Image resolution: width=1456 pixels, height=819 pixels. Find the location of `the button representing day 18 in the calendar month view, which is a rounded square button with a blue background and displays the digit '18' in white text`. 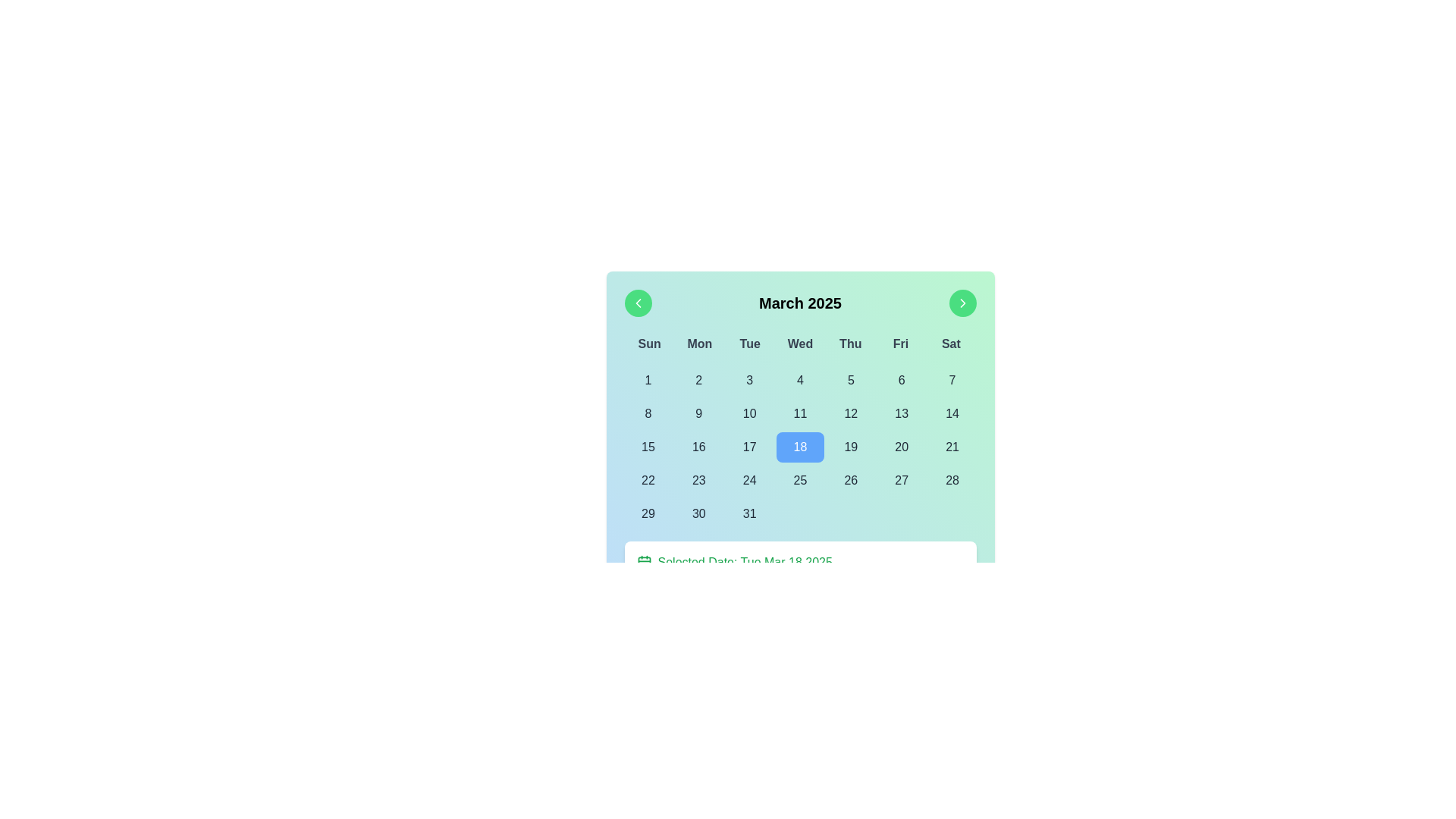

the button representing day 18 in the calendar month view, which is a rounded square button with a blue background and displays the digit '18' in white text is located at coordinates (799, 447).